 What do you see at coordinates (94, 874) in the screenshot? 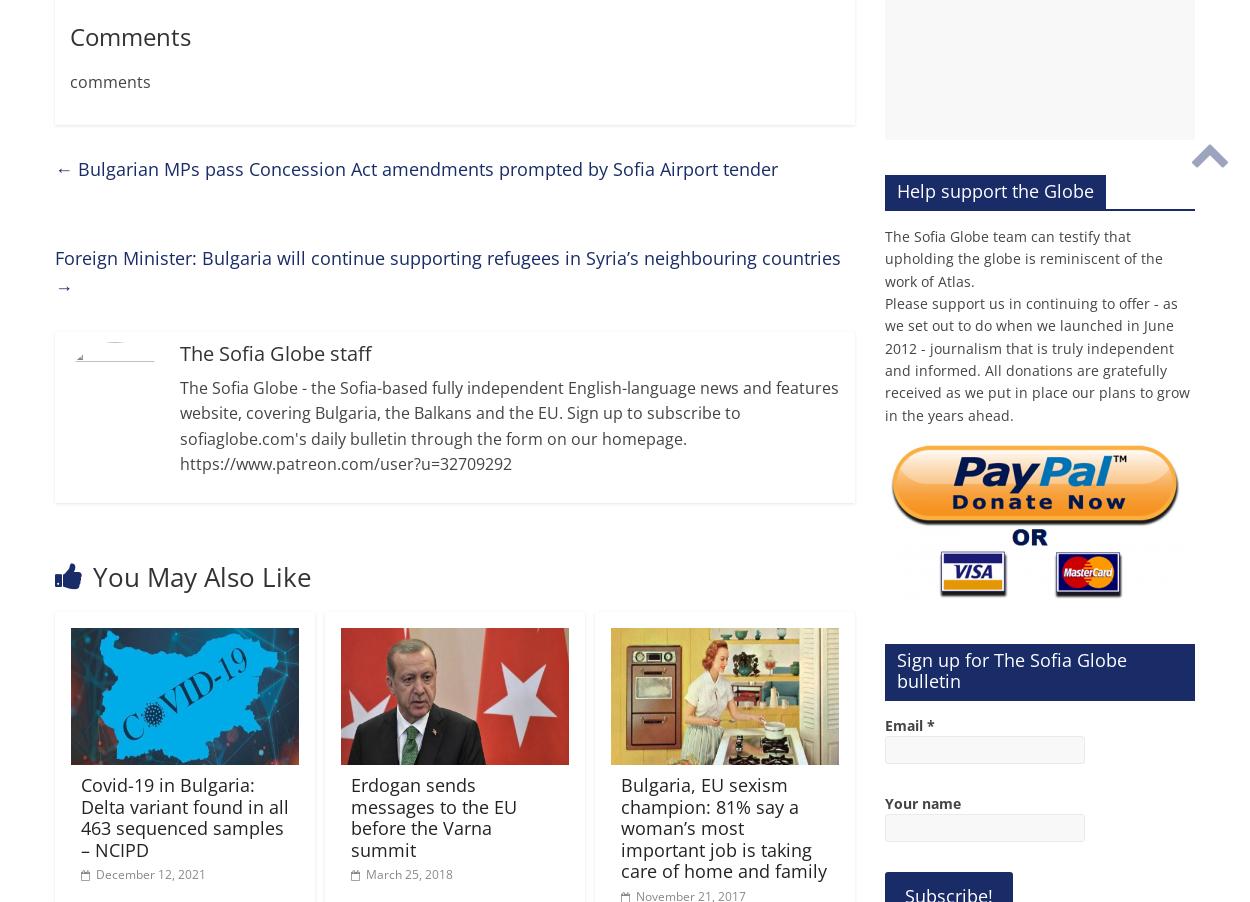
I see `'December 12, 2021'` at bounding box center [94, 874].